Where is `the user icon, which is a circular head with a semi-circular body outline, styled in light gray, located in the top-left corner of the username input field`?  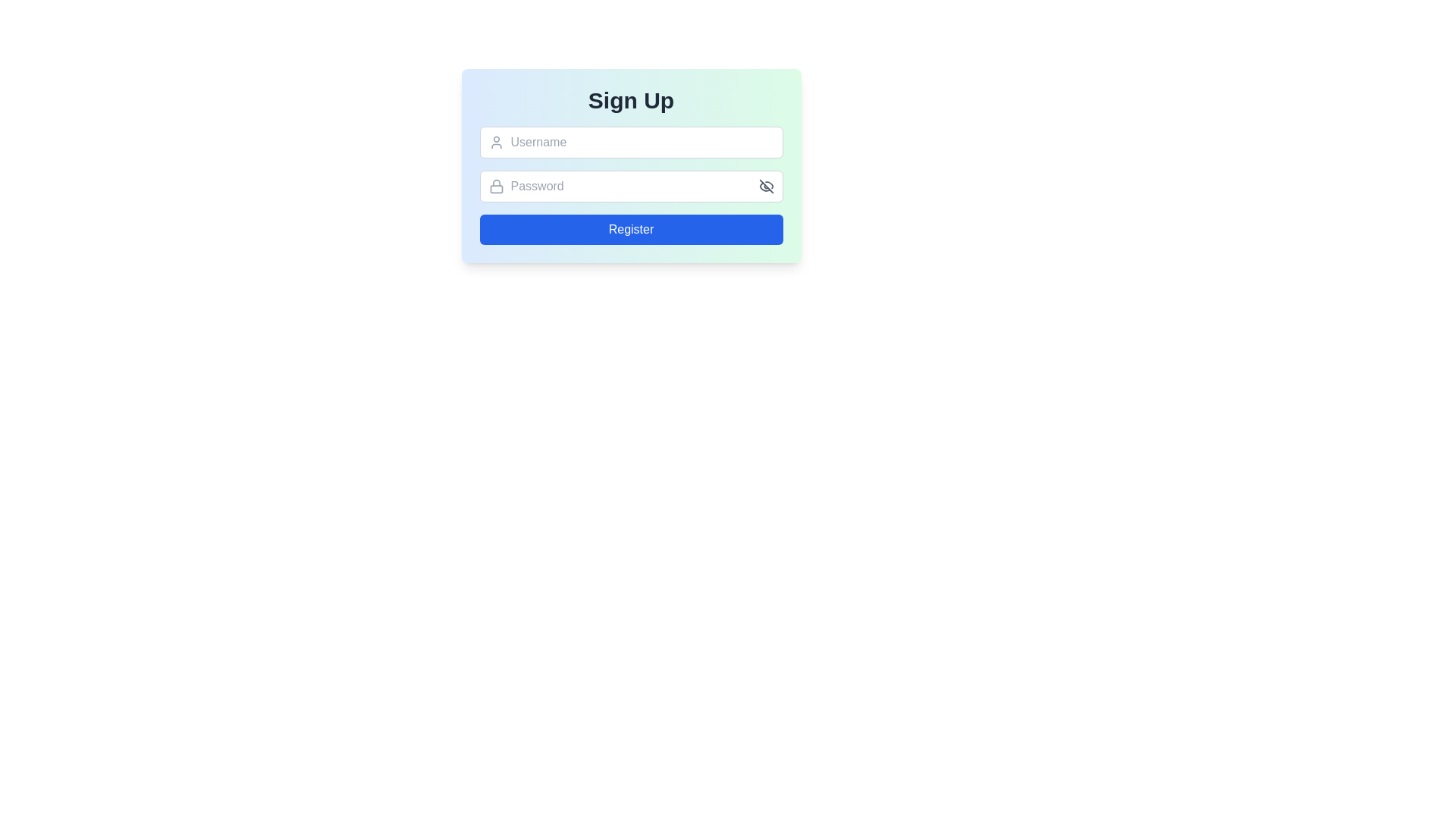
the user icon, which is a circular head with a semi-circular body outline, styled in light gray, located in the top-left corner of the username input field is located at coordinates (496, 143).